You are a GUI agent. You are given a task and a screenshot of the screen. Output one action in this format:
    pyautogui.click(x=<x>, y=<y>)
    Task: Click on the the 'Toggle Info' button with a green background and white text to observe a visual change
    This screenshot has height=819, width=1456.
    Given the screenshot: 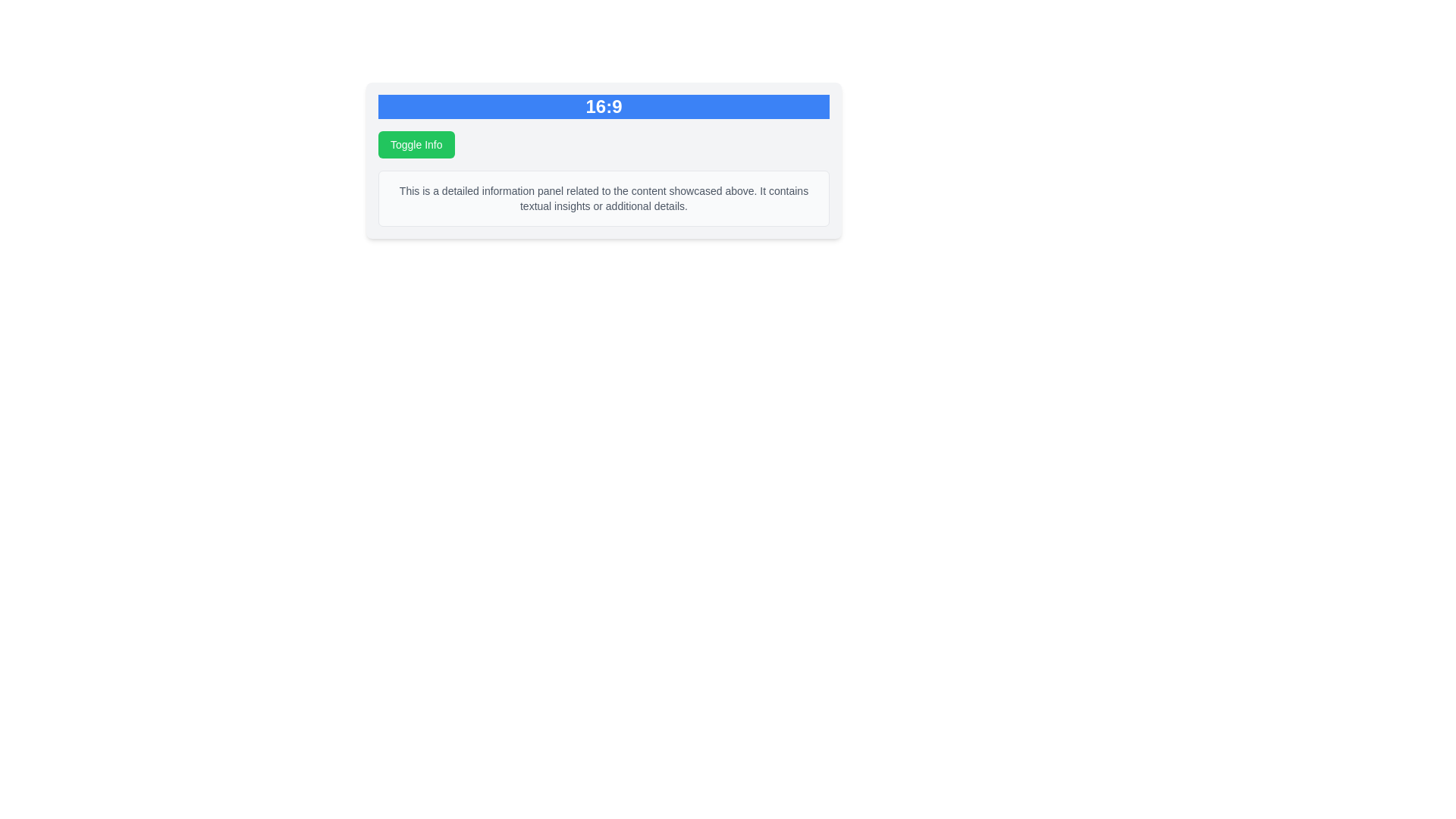 What is the action you would take?
    pyautogui.click(x=416, y=145)
    